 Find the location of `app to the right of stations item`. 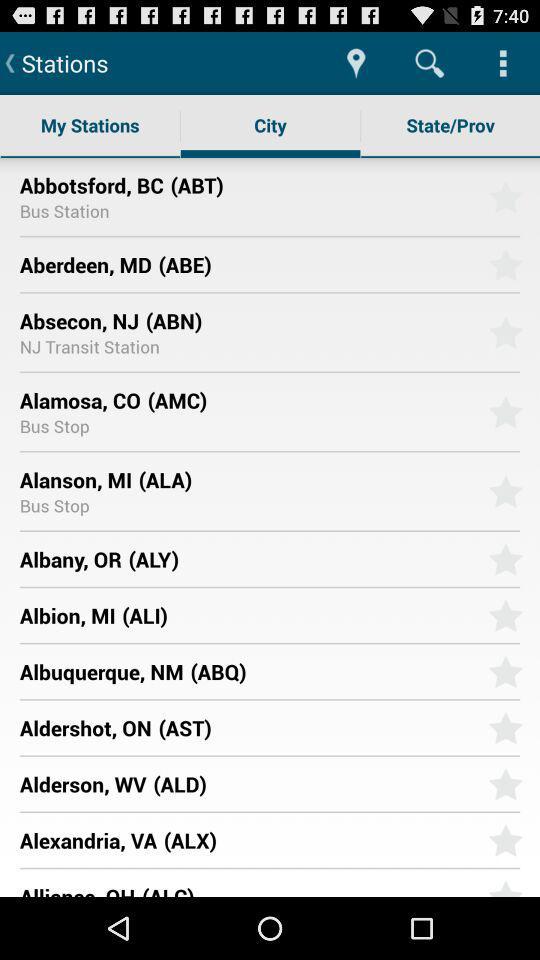

app to the right of stations item is located at coordinates (355, 62).